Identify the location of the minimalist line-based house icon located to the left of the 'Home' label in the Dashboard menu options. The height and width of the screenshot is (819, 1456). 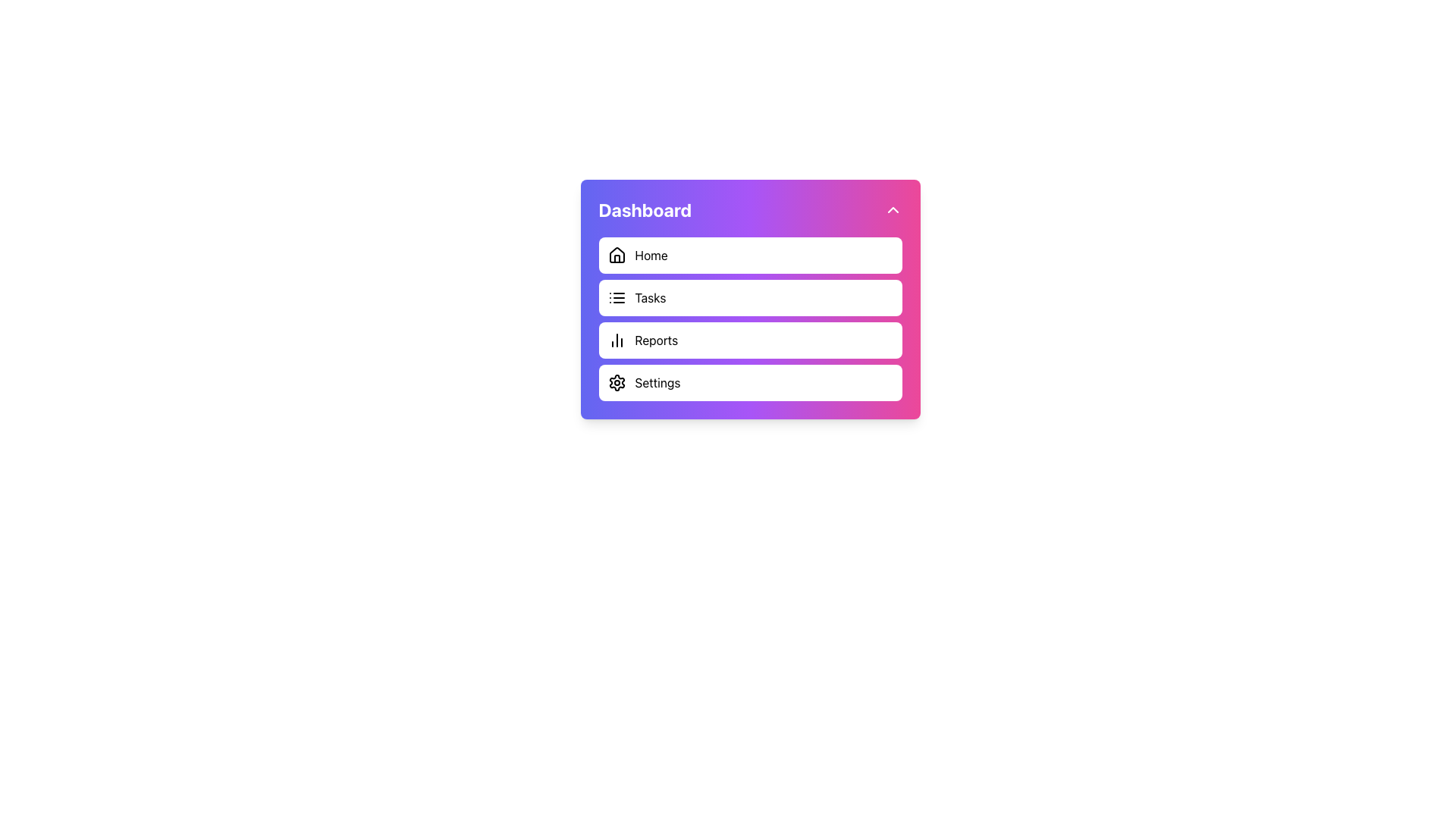
(617, 254).